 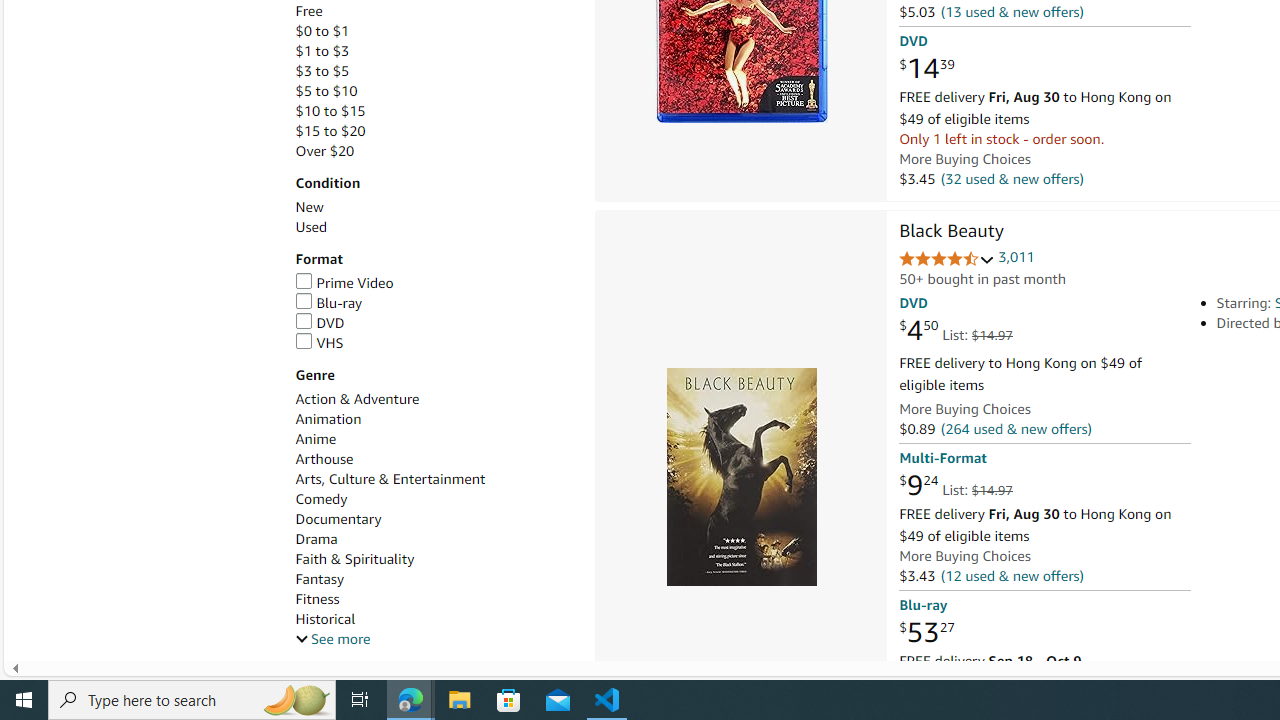 What do you see at coordinates (925, 632) in the screenshot?
I see `'$53.27'` at bounding box center [925, 632].